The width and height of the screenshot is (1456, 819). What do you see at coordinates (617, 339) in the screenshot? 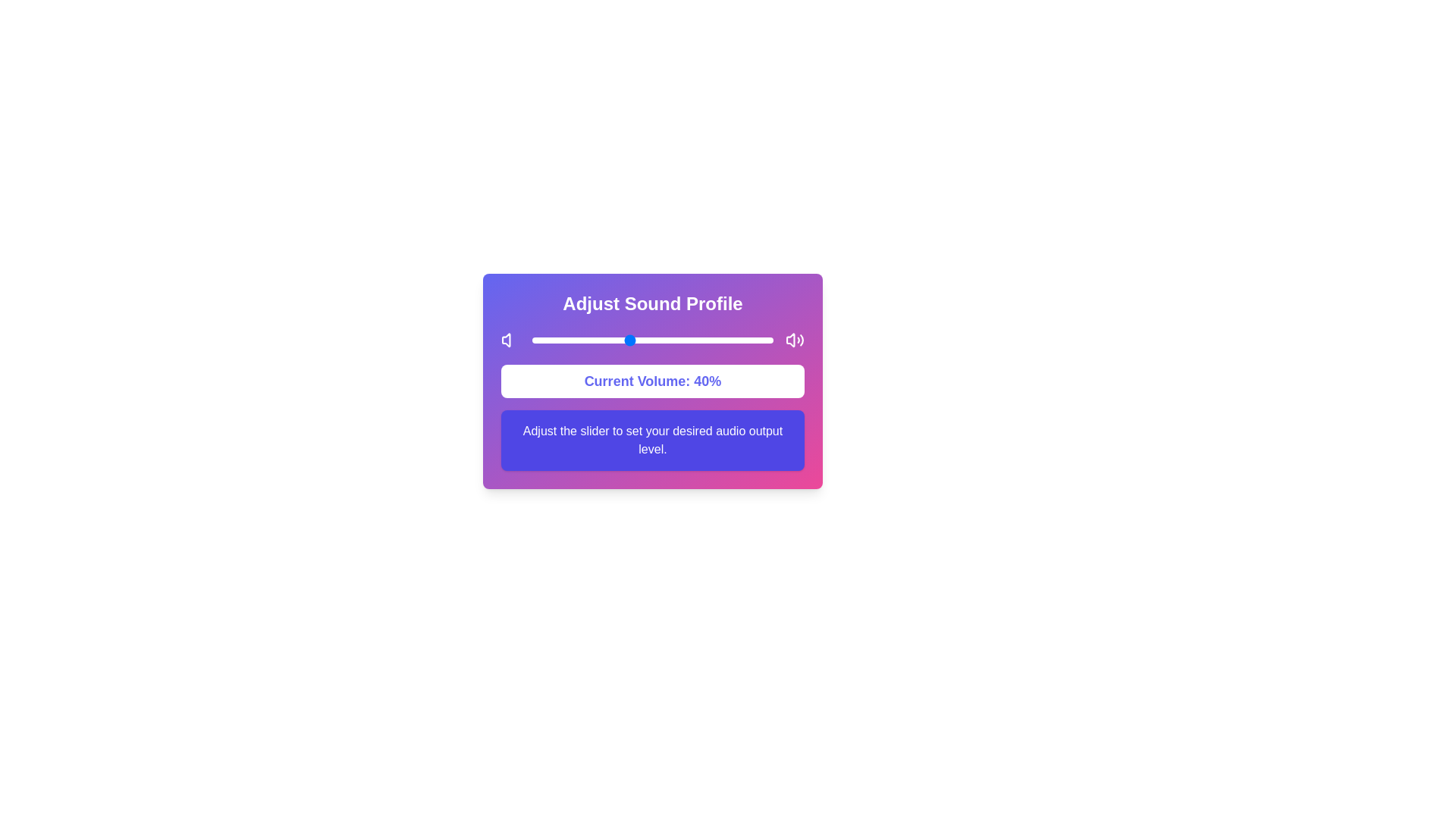
I see `the slider to set the sound level to 35` at bounding box center [617, 339].